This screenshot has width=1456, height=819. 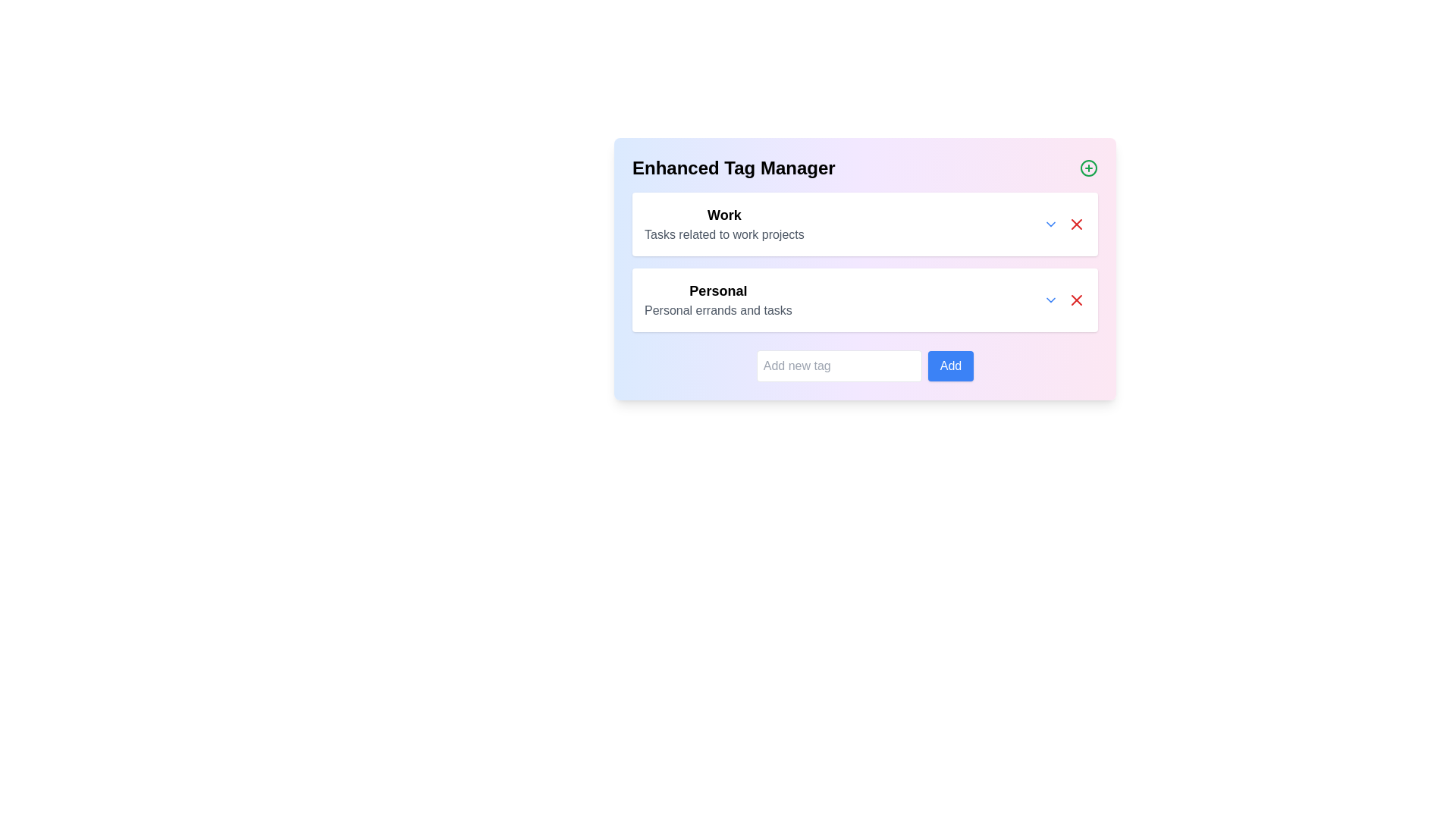 I want to click on the bold-text label reading 'Personal', which is centrally positioned above the subtitle 'Personal errands and tasks', so click(x=717, y=291).